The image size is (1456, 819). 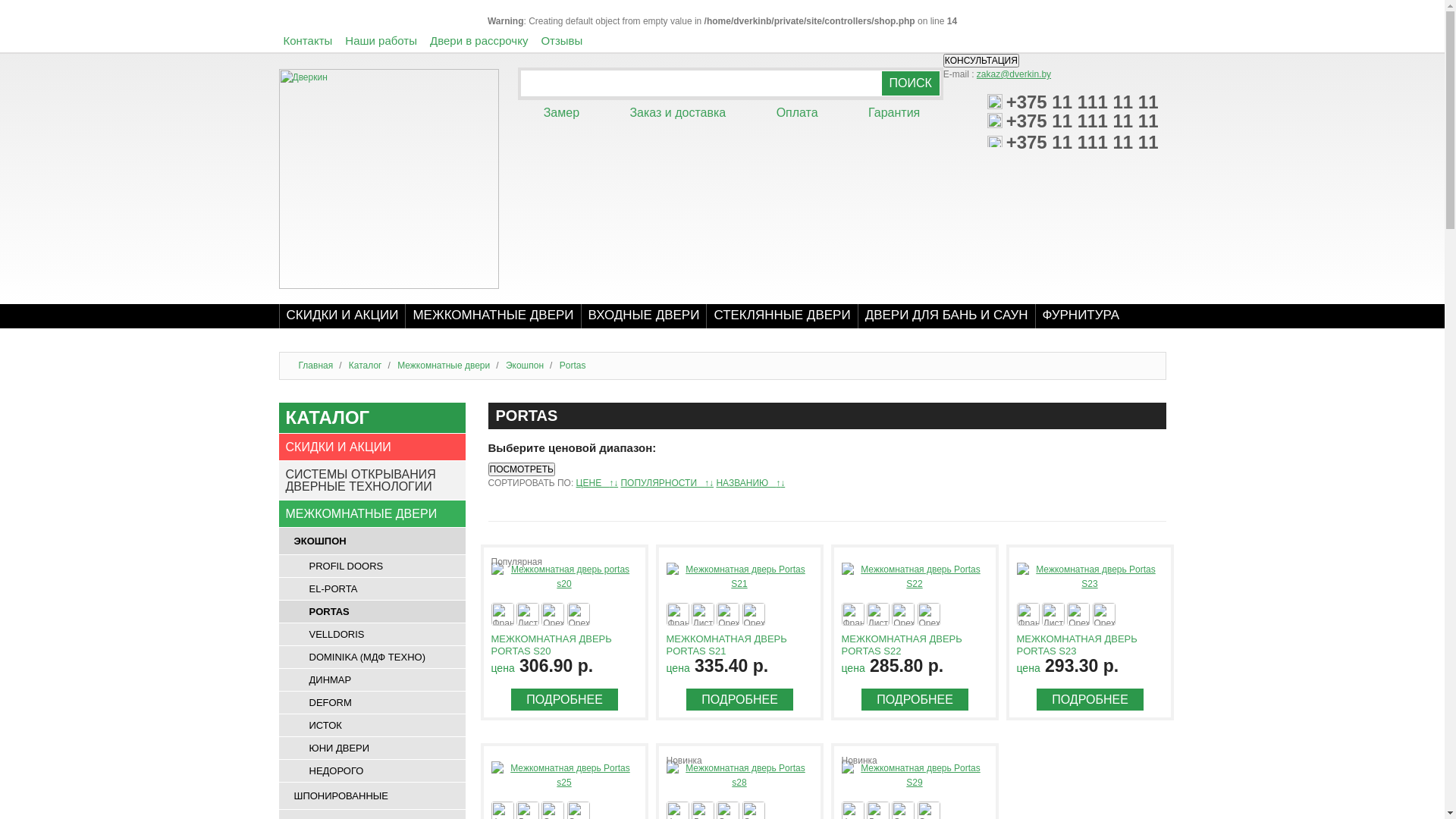 I want to click on 'PORTAS', so click(x=372, y=610).